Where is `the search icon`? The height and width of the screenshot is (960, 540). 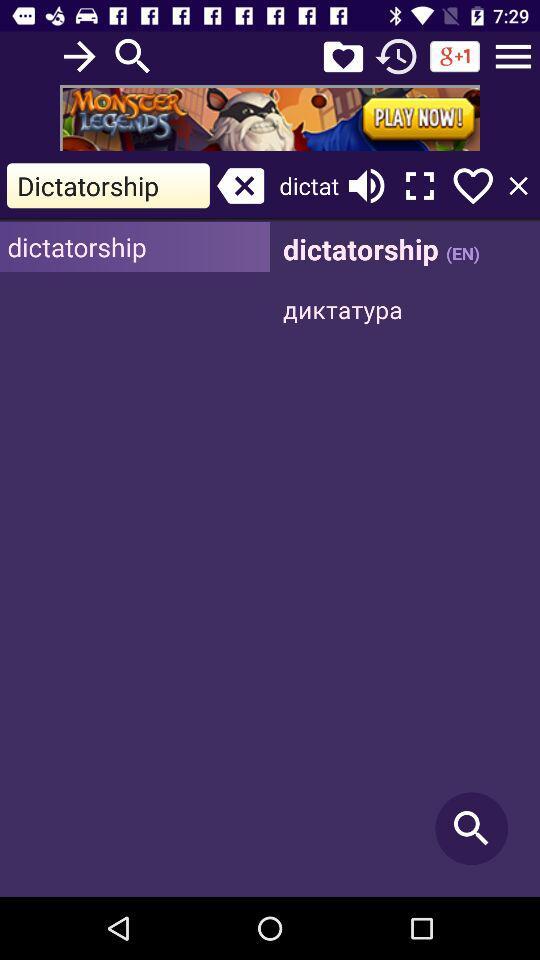
the search icon is located at coordinates (133, 55).